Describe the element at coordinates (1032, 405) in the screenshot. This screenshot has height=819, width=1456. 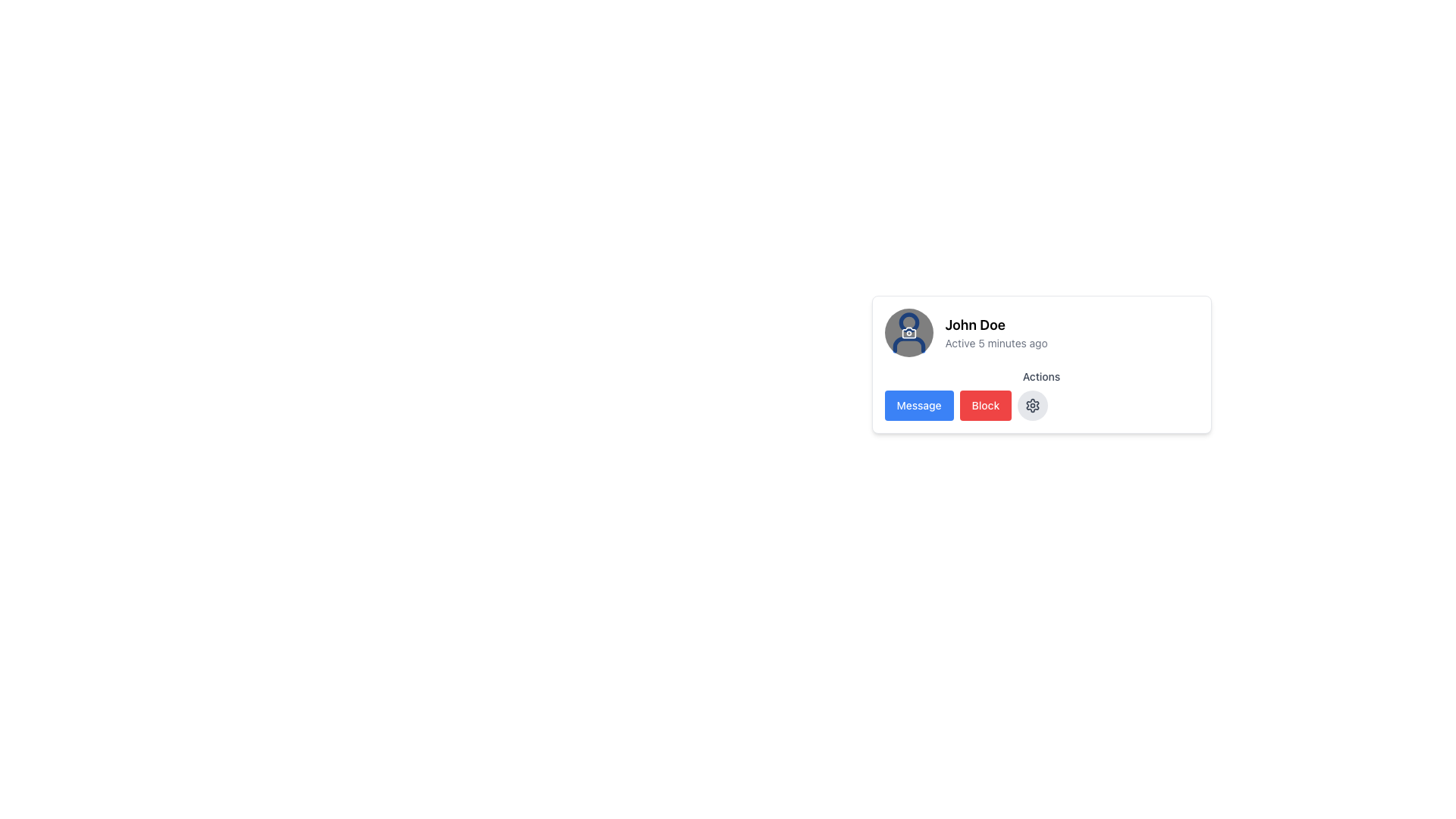
I see `the circular settings button with a light-gray background located in the 'Actions' row, which is the third button to the right of the 'Block' button` at that location.